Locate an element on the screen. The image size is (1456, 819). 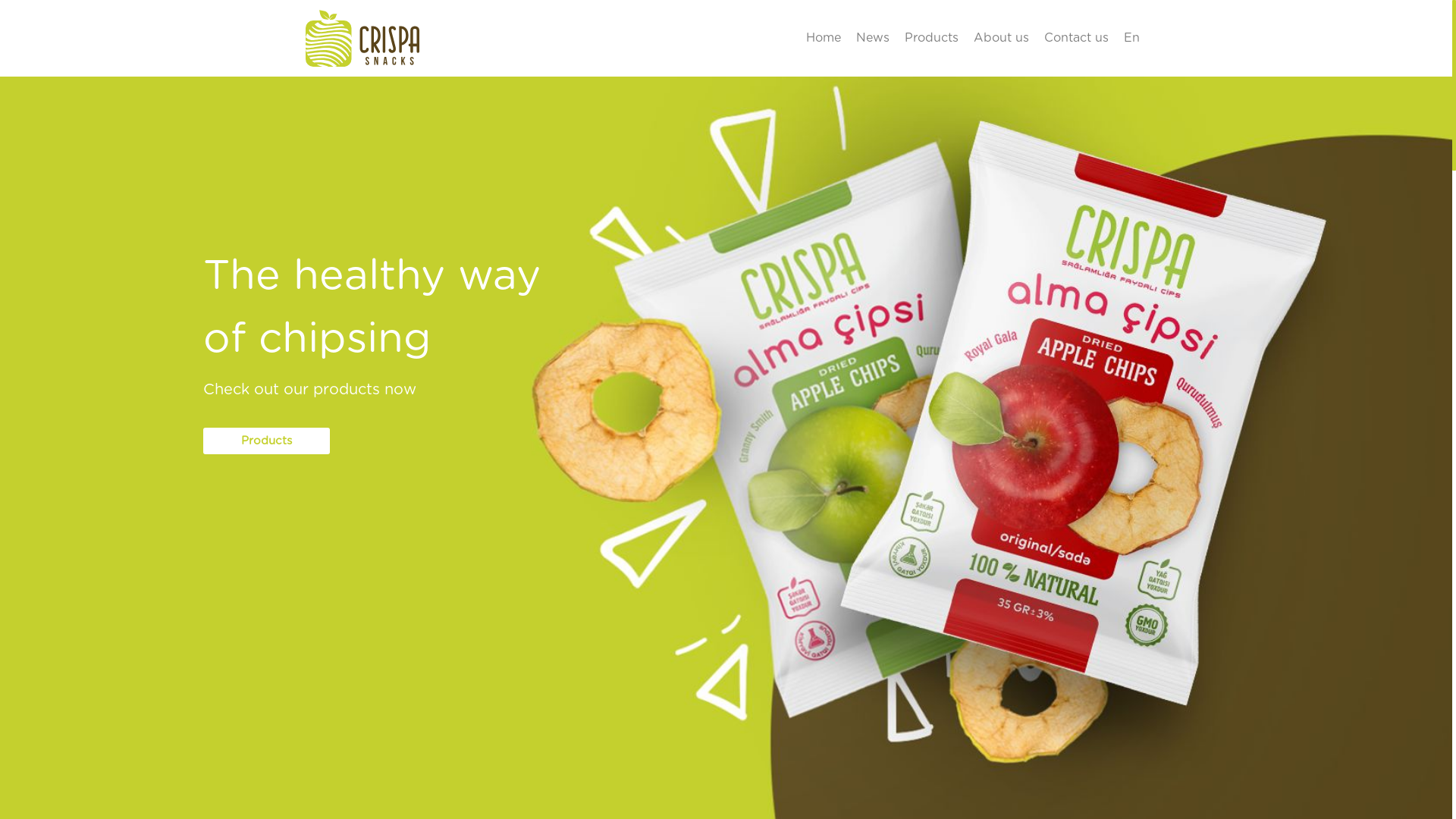
'About us' is located at coordinates (965, 37).